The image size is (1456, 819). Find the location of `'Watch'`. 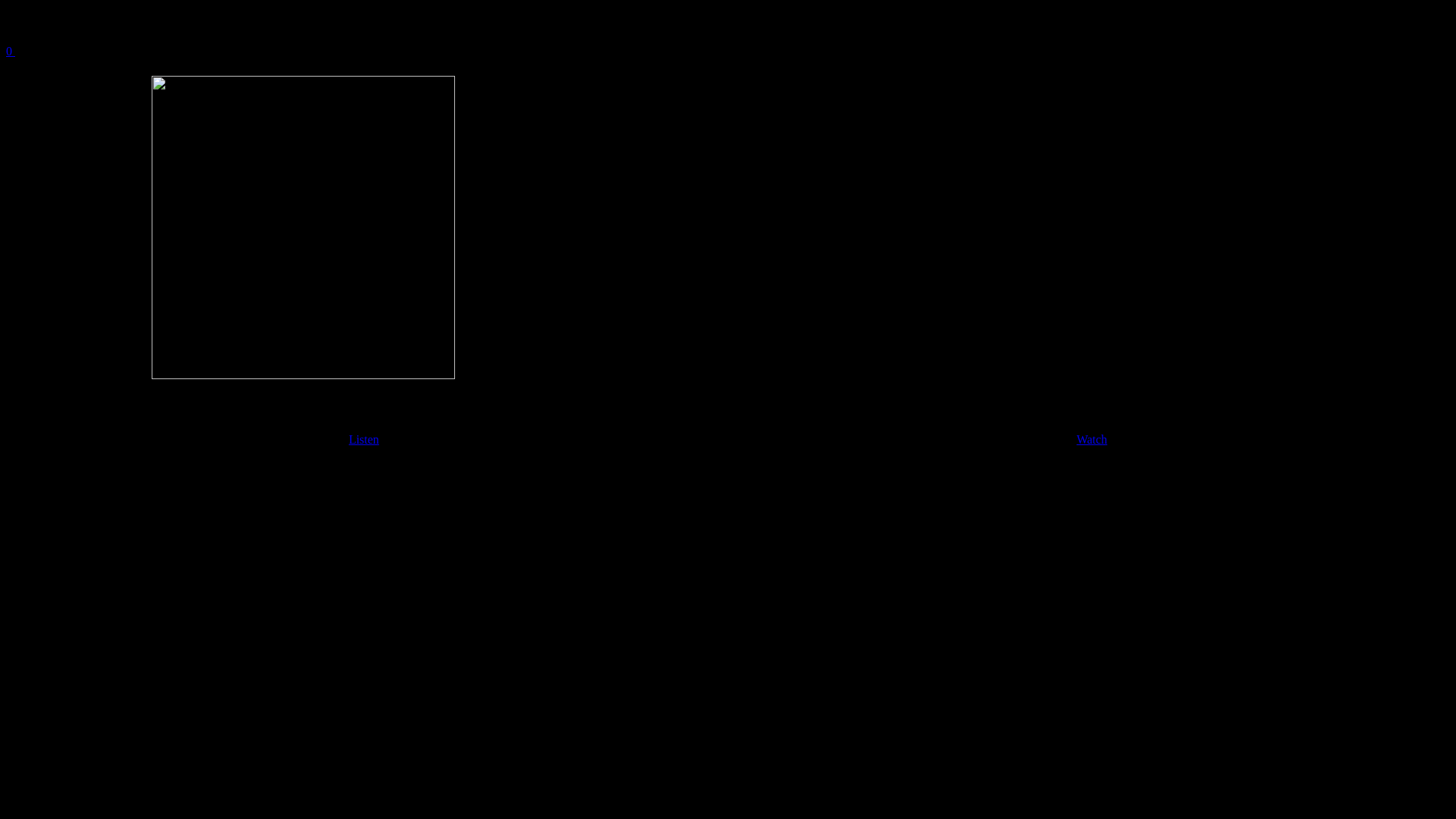

'Watch' is located at coordinates (1092, 439).